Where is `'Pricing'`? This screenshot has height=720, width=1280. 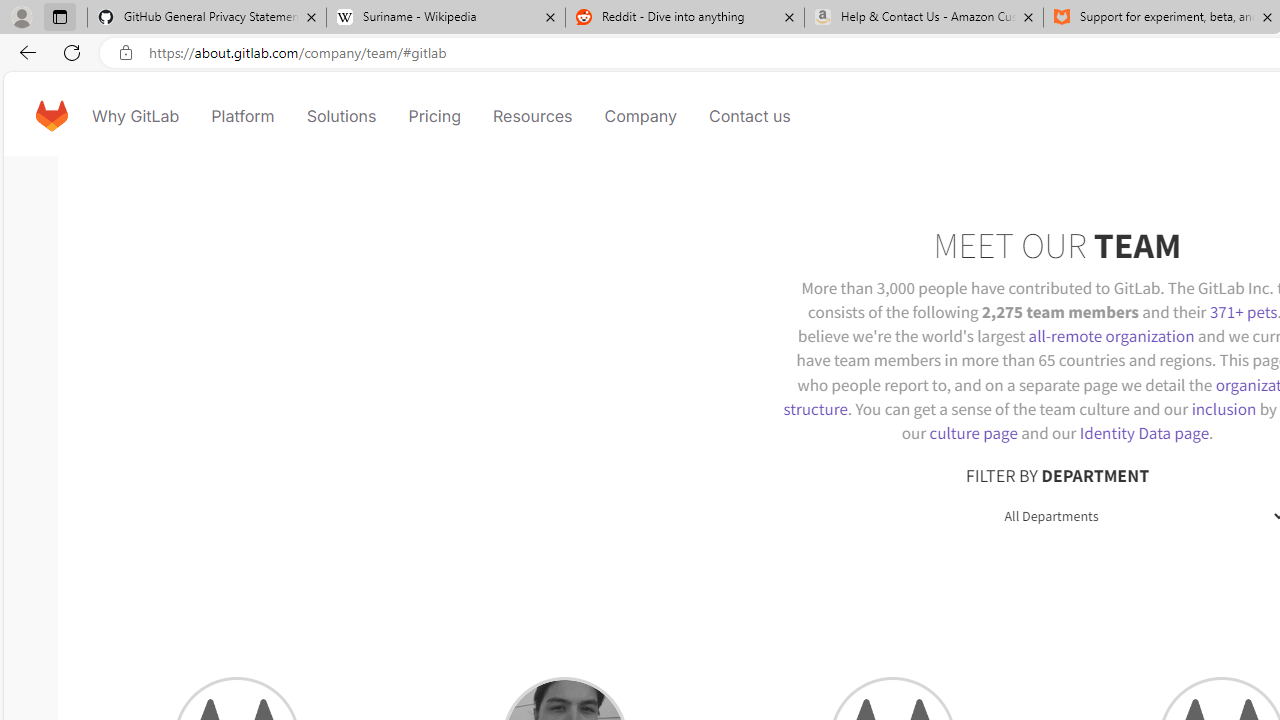 'Pricing' is located at coordinates (432, 115).